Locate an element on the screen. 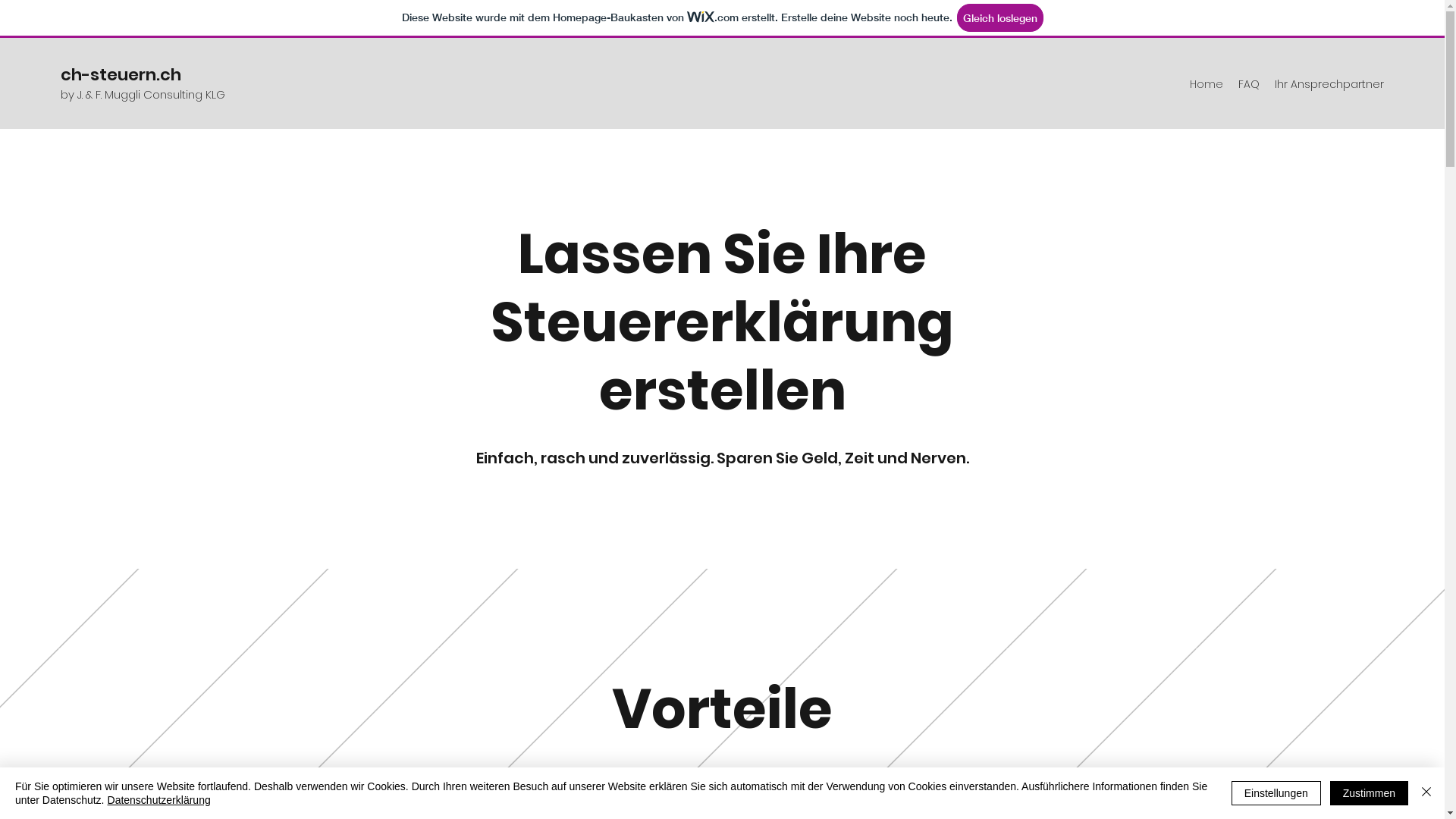 This screenshot has width=1456, height=819. 'Ihr Ansprechpartner' is located at coordinates (1328, 84).